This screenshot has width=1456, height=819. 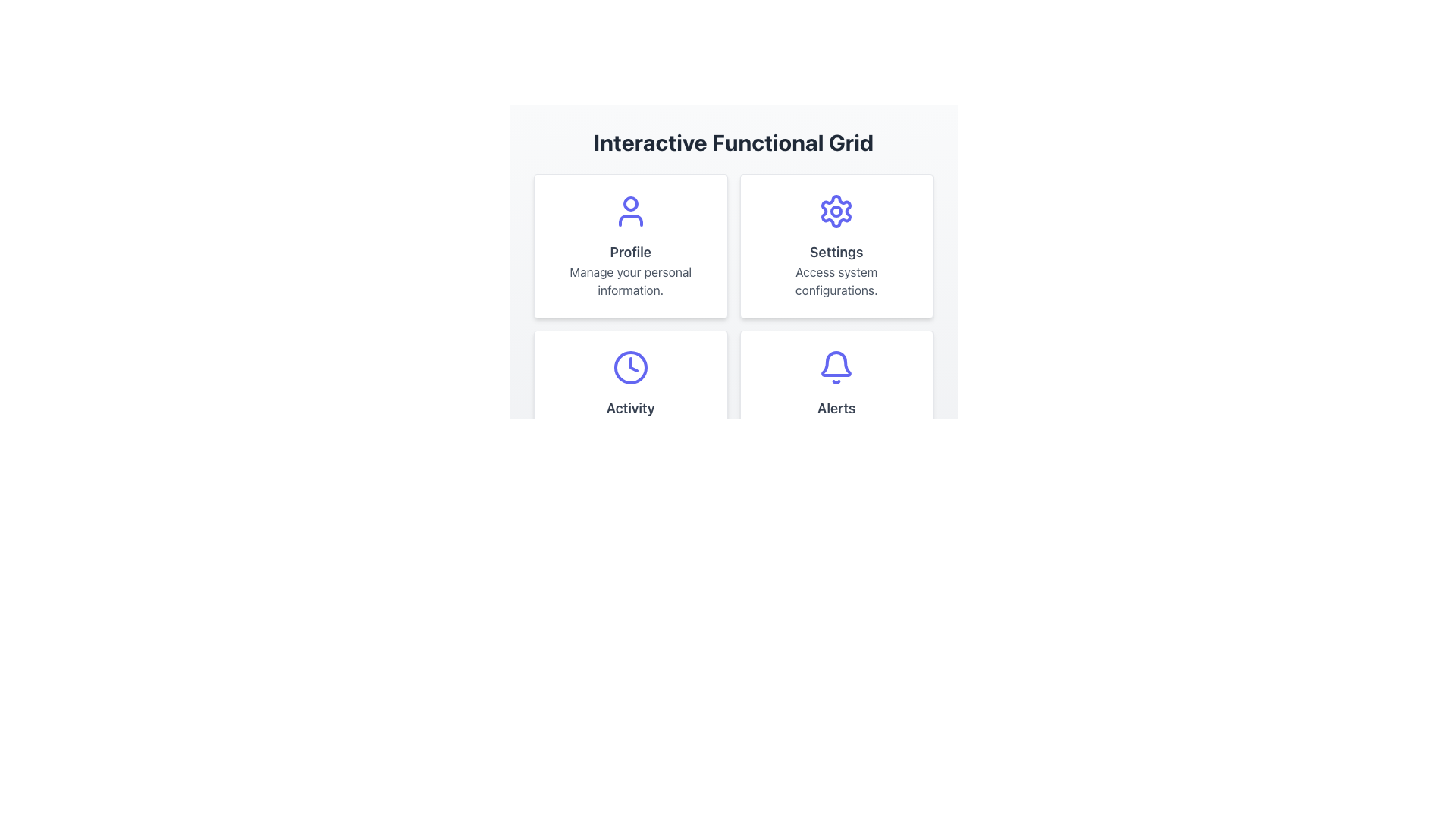 I want to click on the notification alerts icon located in the bottom-right segment of the 'Interactive Functional Grid', specifically in the 'Alerts' section, so click(x=836, y=368).